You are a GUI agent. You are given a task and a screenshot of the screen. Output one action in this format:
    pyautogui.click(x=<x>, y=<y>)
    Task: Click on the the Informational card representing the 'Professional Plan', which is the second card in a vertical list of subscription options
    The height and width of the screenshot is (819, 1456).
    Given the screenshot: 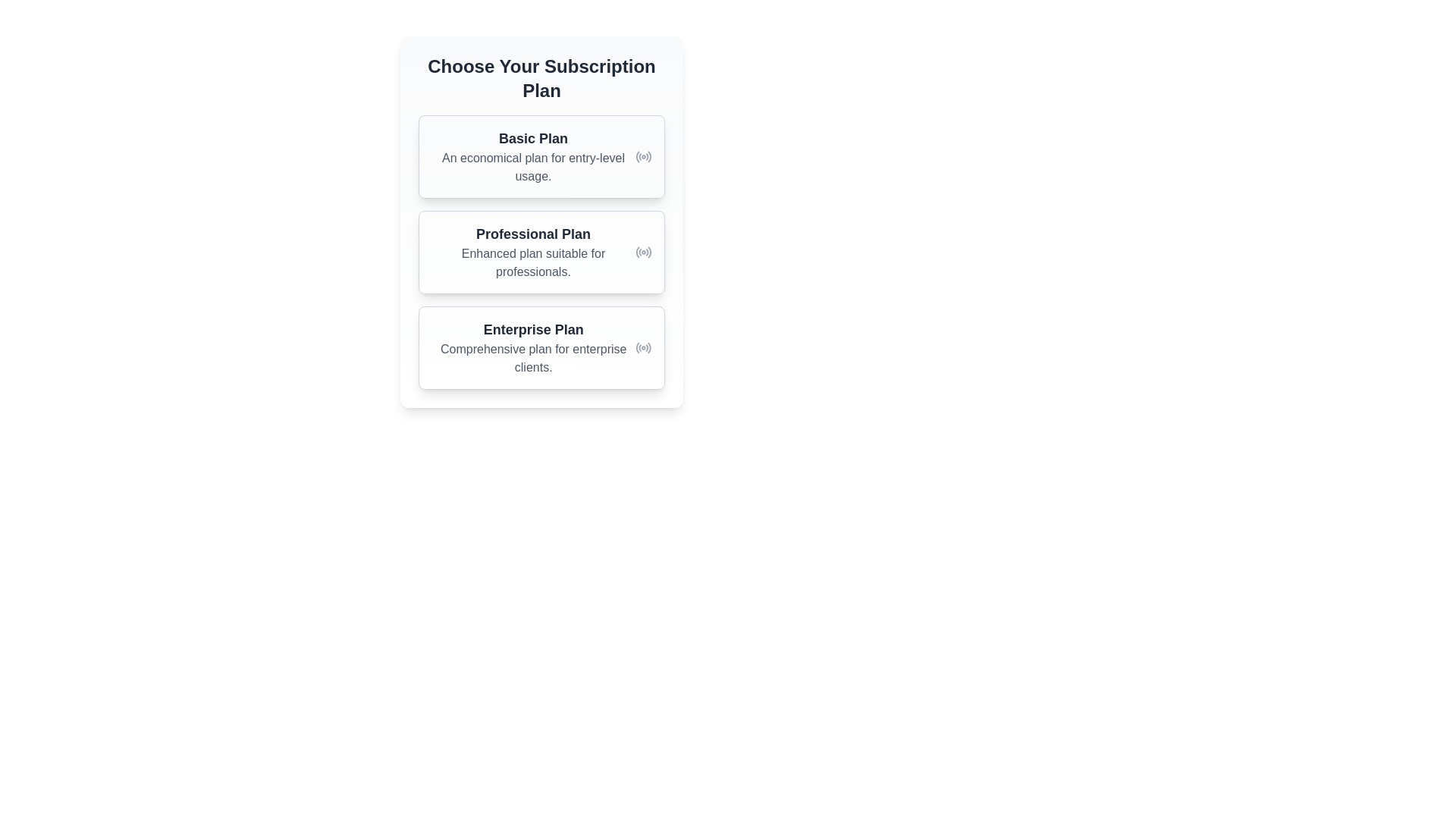 What is the action you would take?
    pyautogui.click(x=533, y=251)
    